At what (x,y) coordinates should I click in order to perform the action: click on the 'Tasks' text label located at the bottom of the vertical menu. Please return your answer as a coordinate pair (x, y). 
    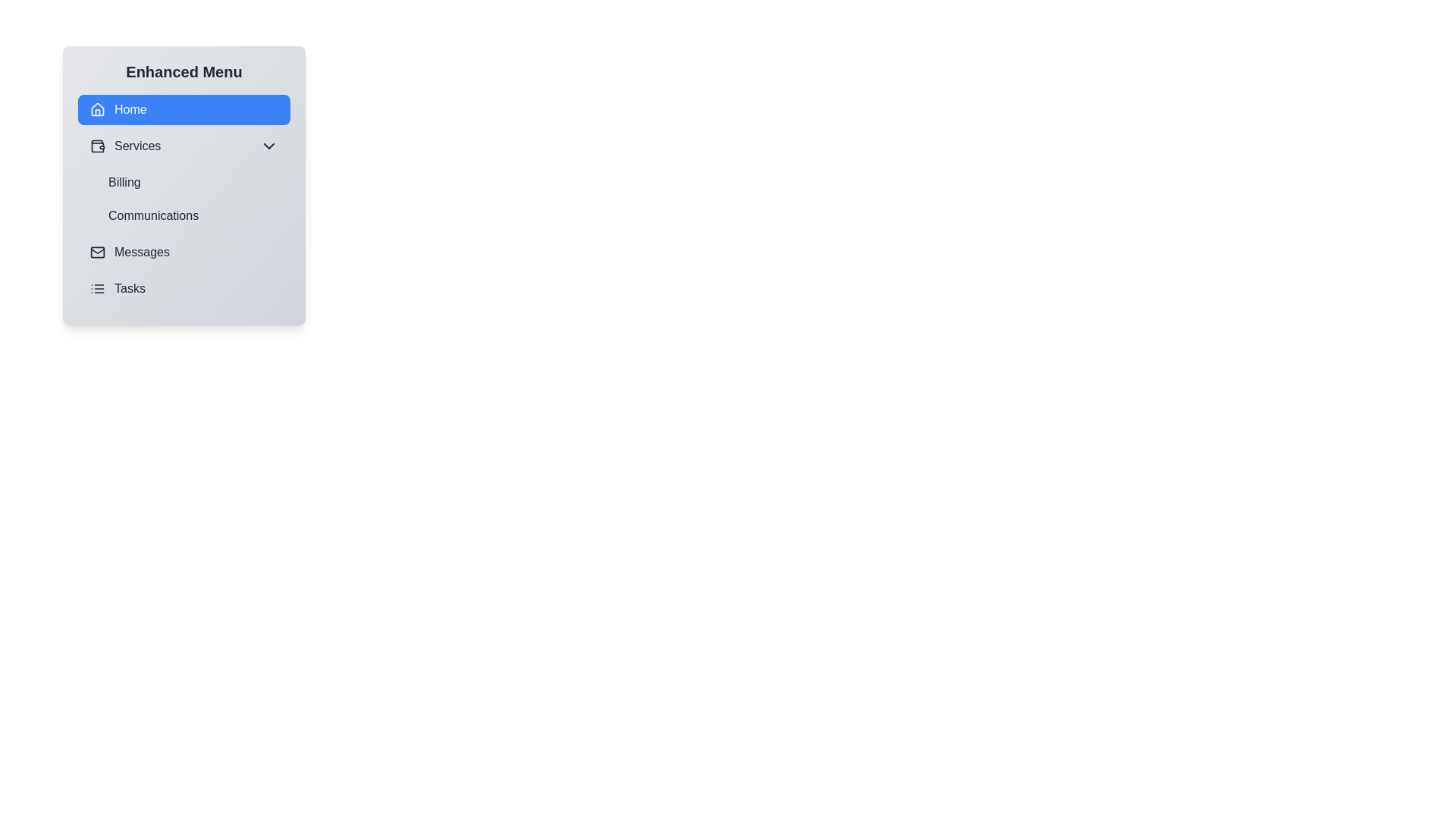
    Looking at the image, I should click on (130, 289).